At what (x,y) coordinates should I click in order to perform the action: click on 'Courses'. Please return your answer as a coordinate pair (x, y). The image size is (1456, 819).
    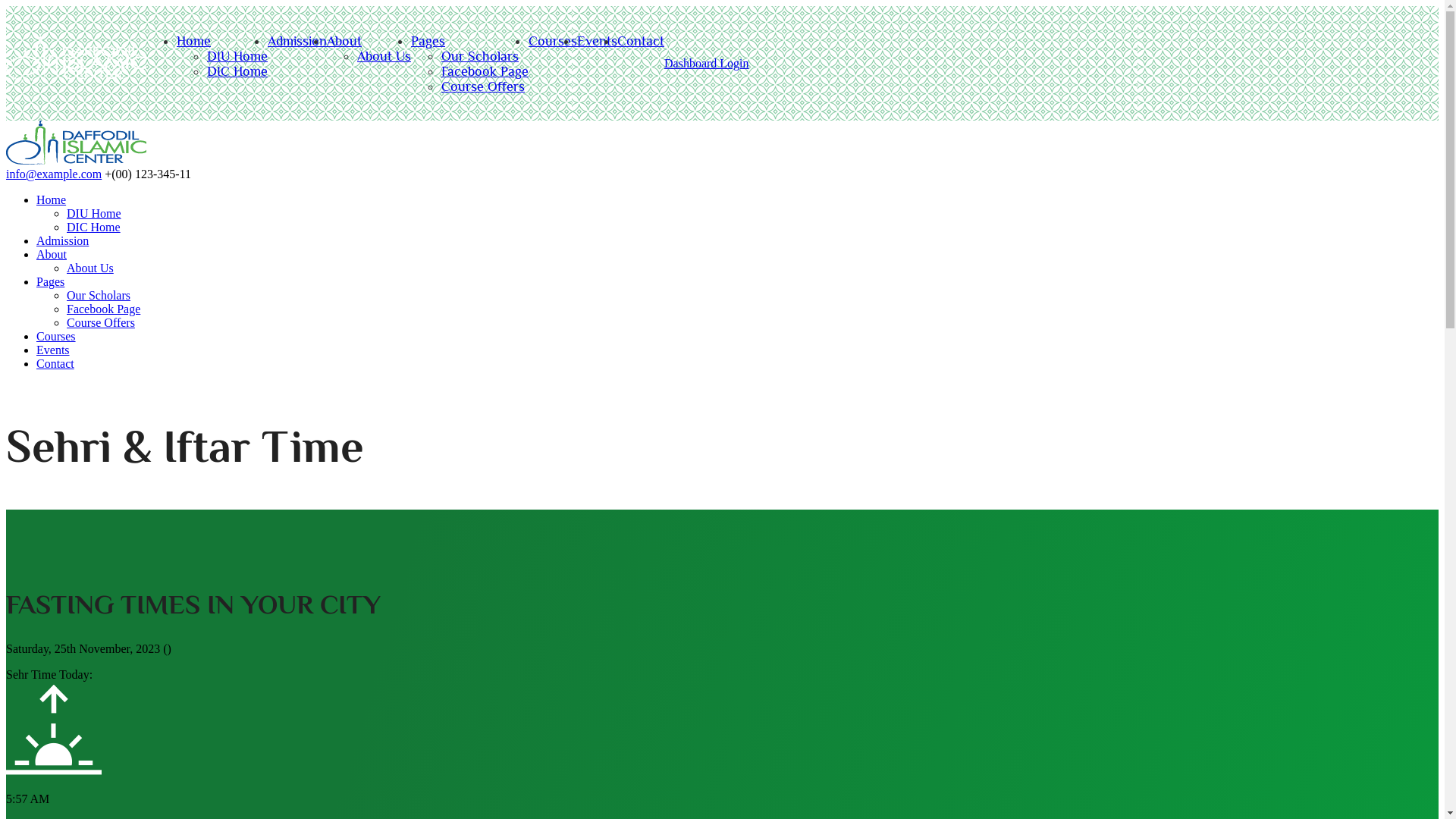
    Looking at the image, I should click on (552, 40).